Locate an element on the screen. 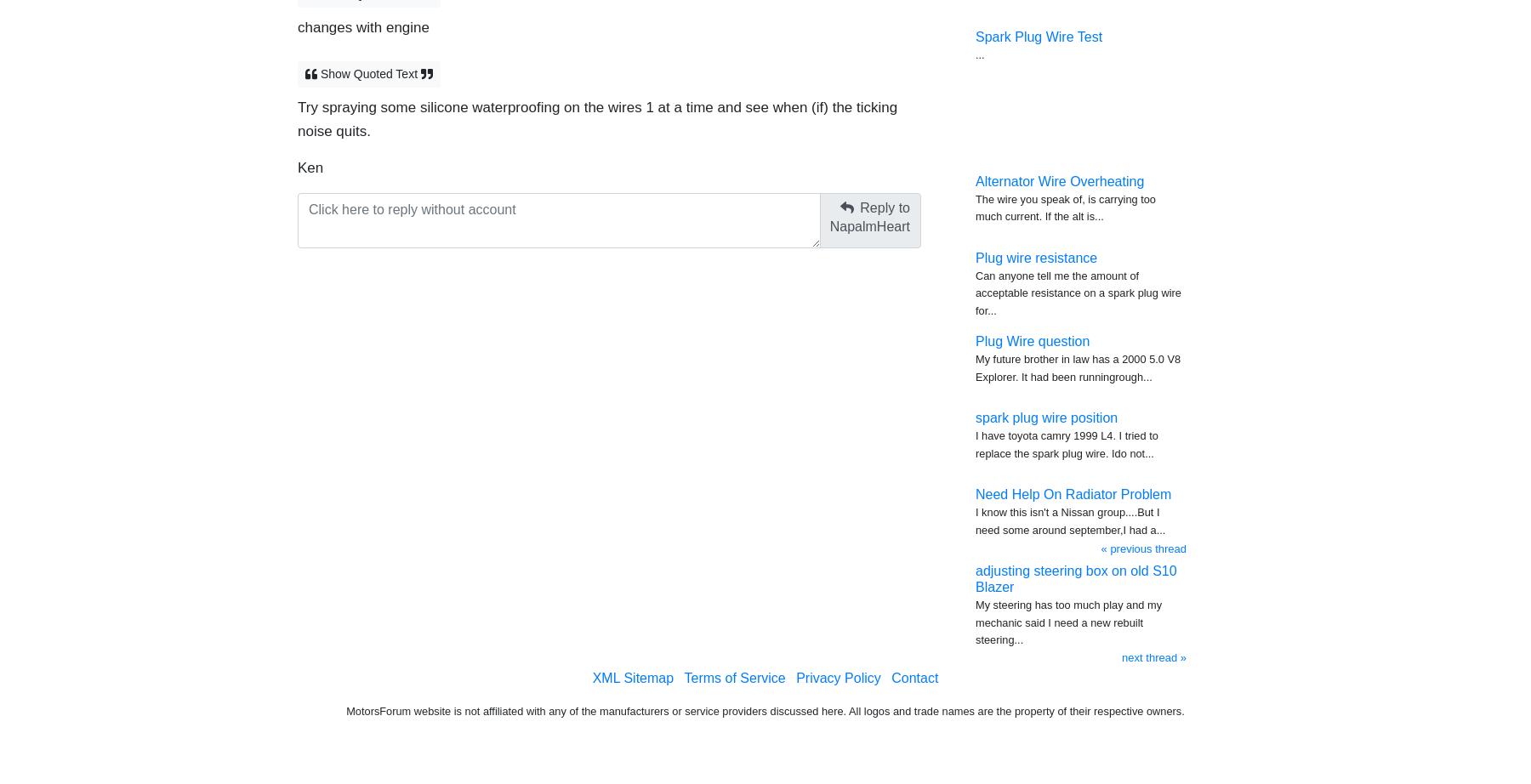 This screenshot has width=1531, height=784. 'XML Sitemap' is located at coordinates (631, 677).